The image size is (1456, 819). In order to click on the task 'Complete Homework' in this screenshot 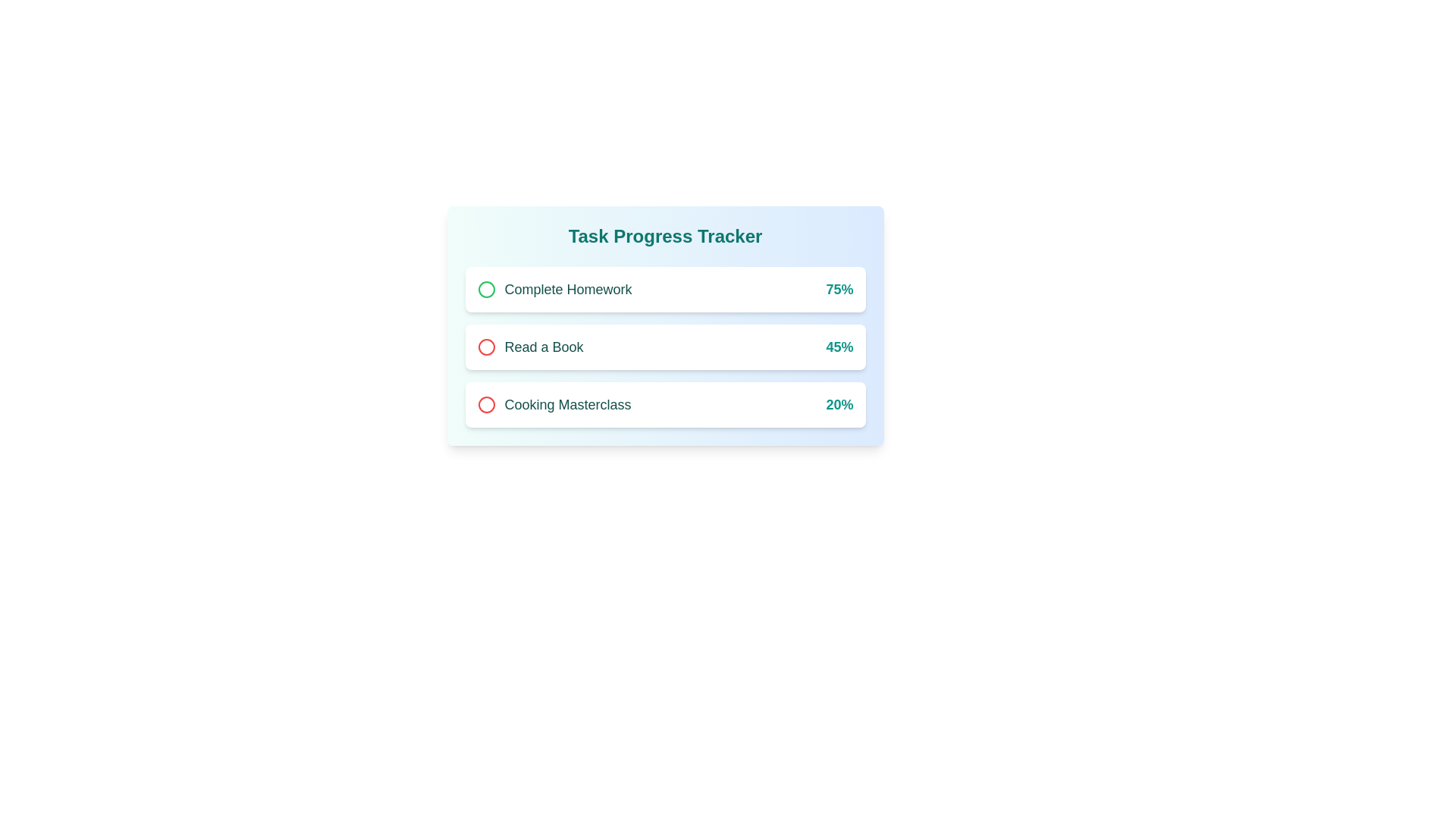, I will do `click(665, 289)`.